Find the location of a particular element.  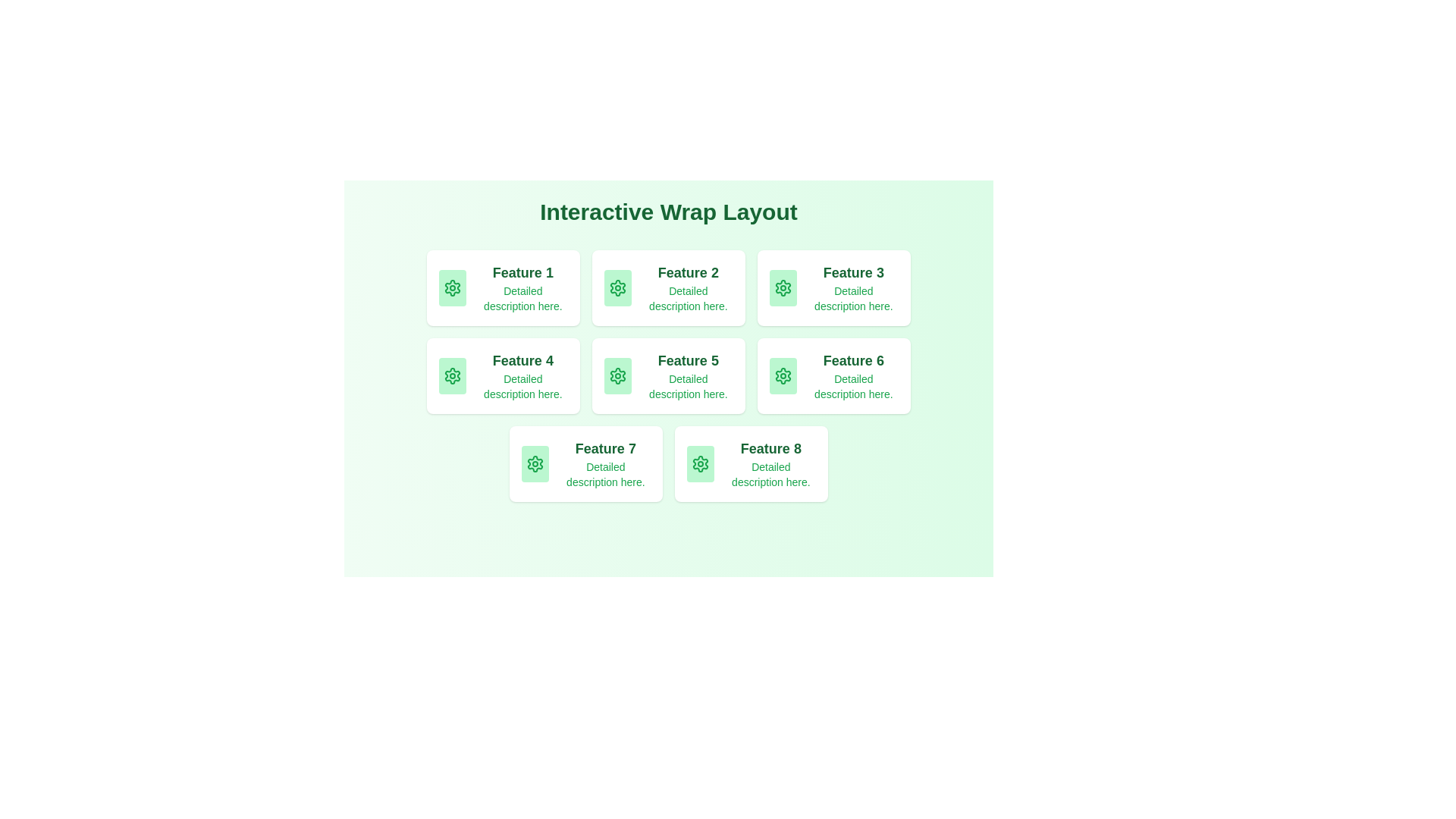

the feature card component located in the first row and second column of the grid layout, positioned between 'Feature 1' and 'Feature 3', by clicking on its text or icon is located at coordinates (668, 288).